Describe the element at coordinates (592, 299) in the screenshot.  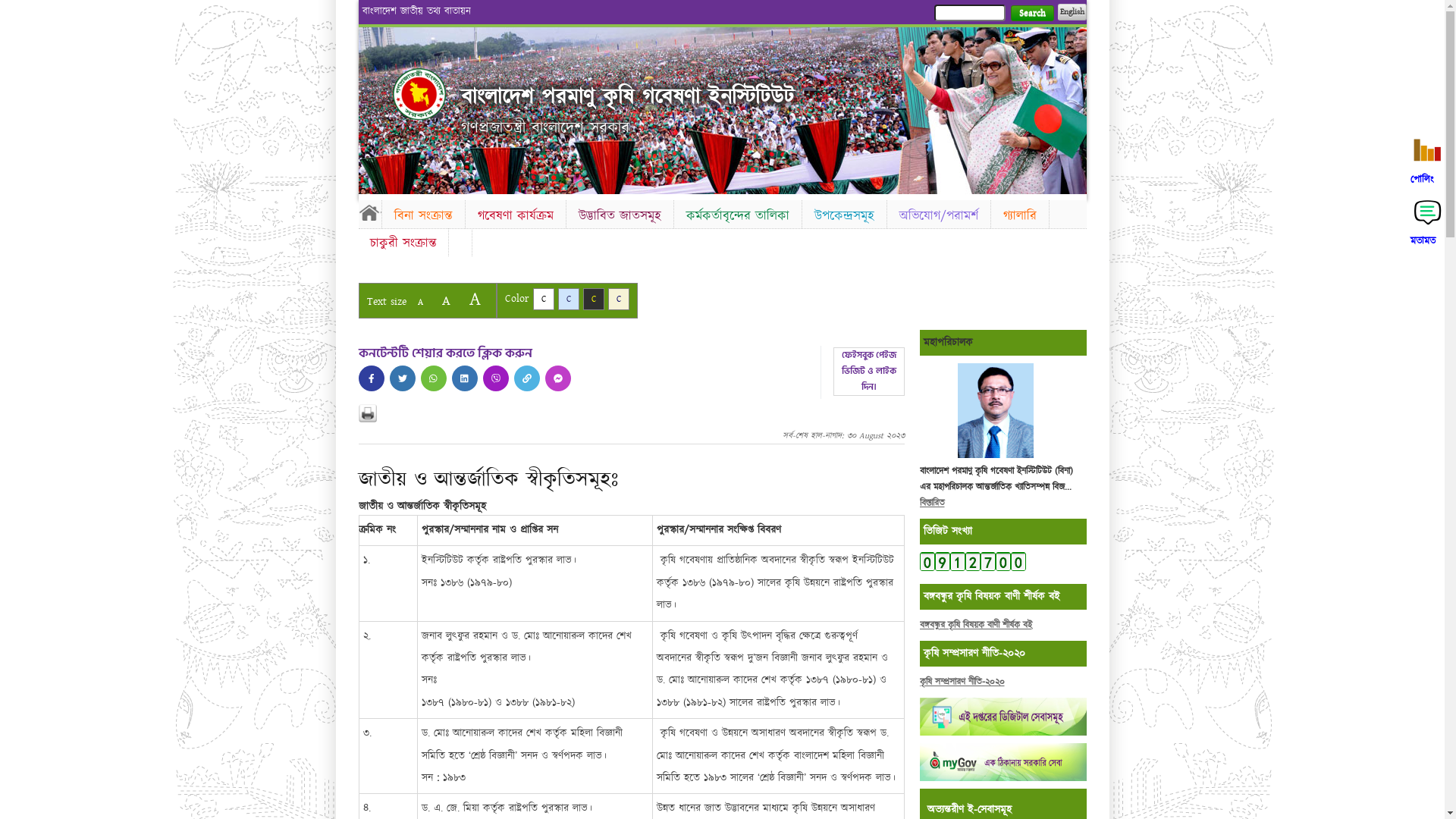
I see `'C'` at that location.